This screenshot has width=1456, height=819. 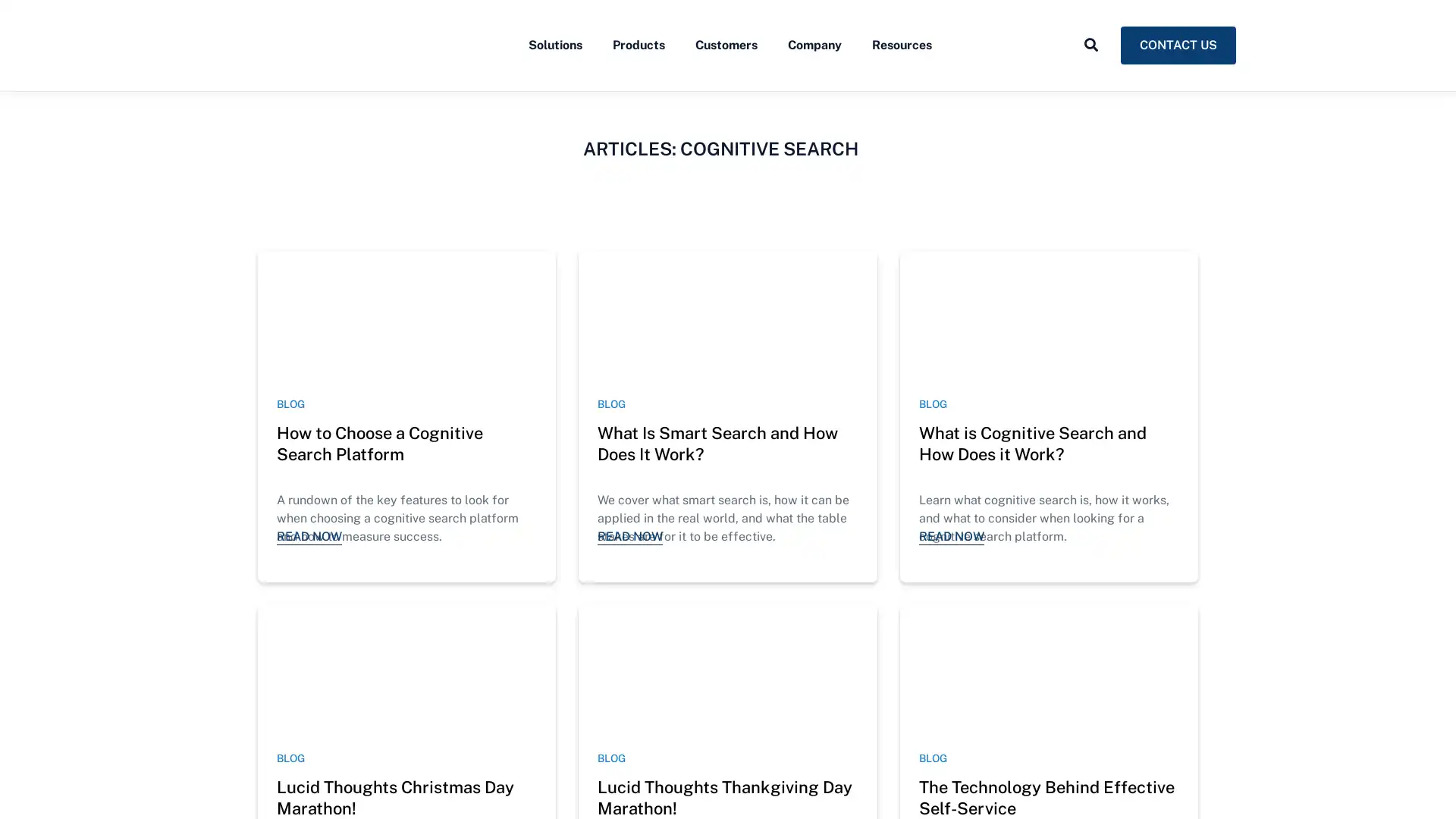 What do you see at coordinates (1090, 78) in the screenshot?
I see `TOGGLE DROPDOWN` at bounding box center [1090, 78].